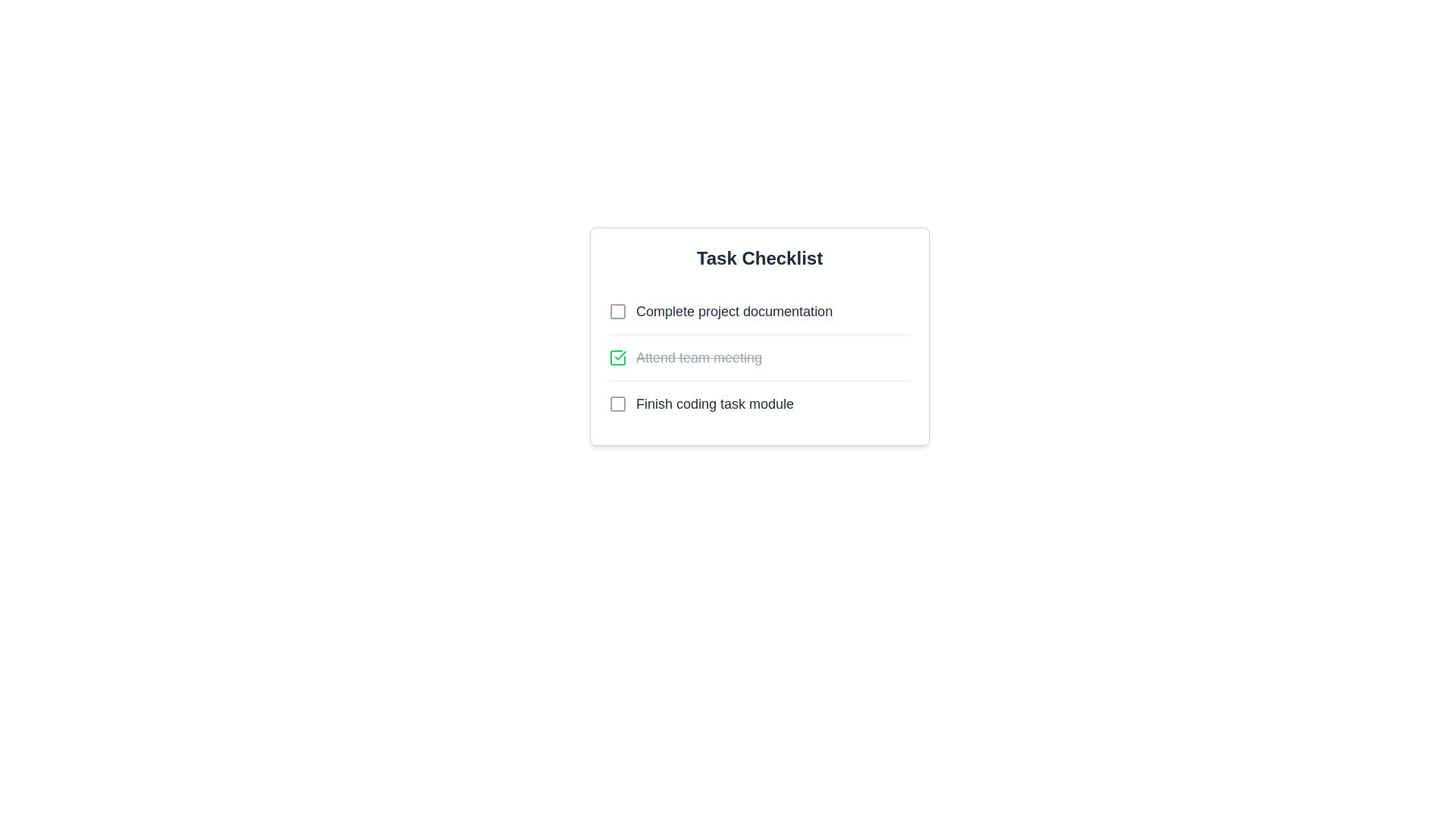 The height and width of the screenshot is (819, 1456). What do you see at coordinates (618, 357) in the screenshot?
I see `the checkbox located next to the text 'Attend team meeting', which is the second item in the checklist interface` at bounding box center [618, 357].